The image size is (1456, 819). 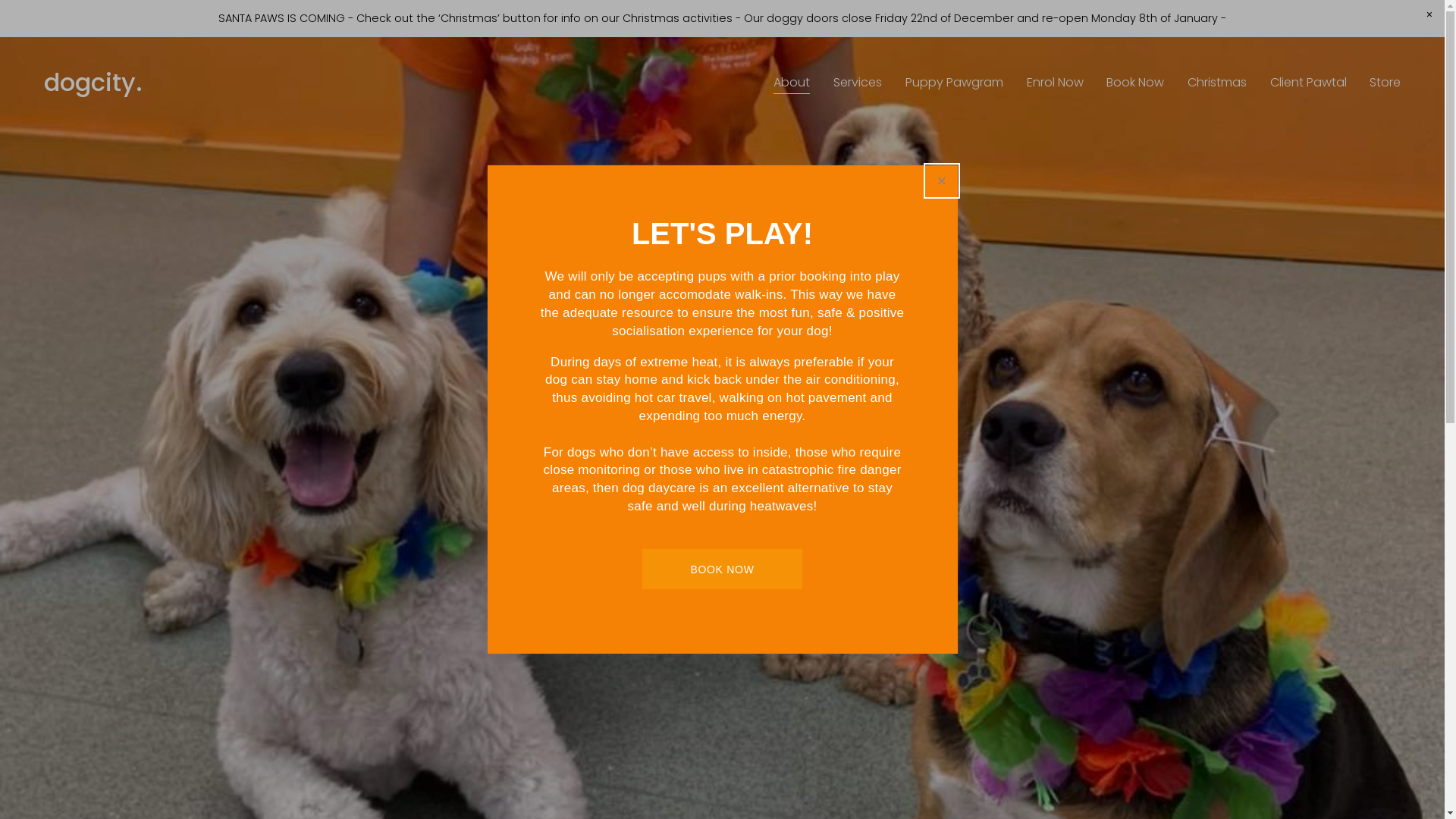 What do you see at coordinates (1307, 83) in the screenshot?
I see `'Client Pawtal'` at bounding box center [1307, 83].